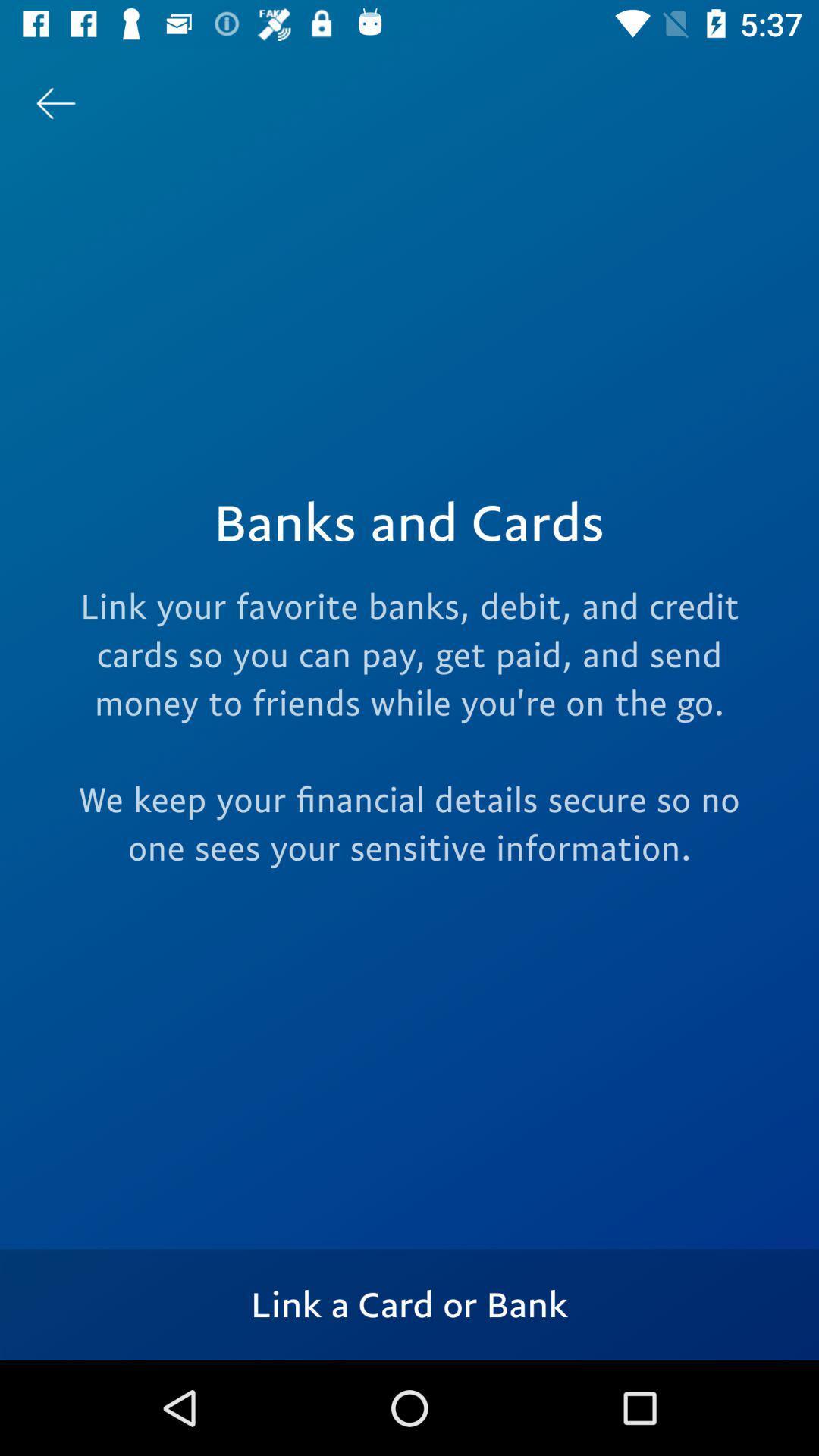 This screenshot has width=819, height=1456. What do you see at coordinates (55, 102) in the screenshot?
I see `the item at the top left corner` at bounding box center [55, 102].